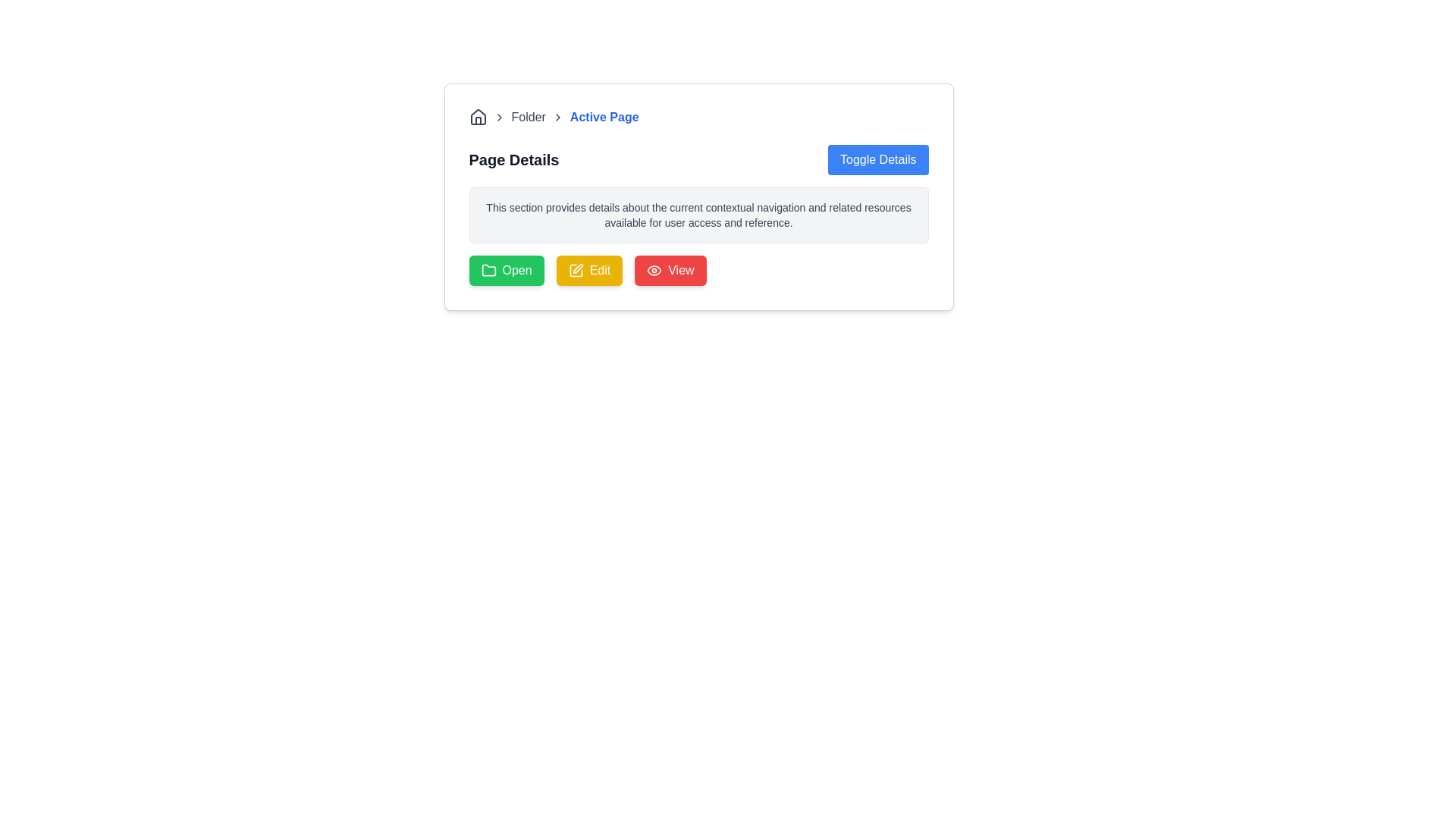 This screenshot has height=819, width=1456. Describe the element at coordinates (654, 270) in the screenshot. I see `the visibility toggle icon located in the top section of the interface, adjacent to breadcrumb navigation and above the 'Page Details' section` at that location.